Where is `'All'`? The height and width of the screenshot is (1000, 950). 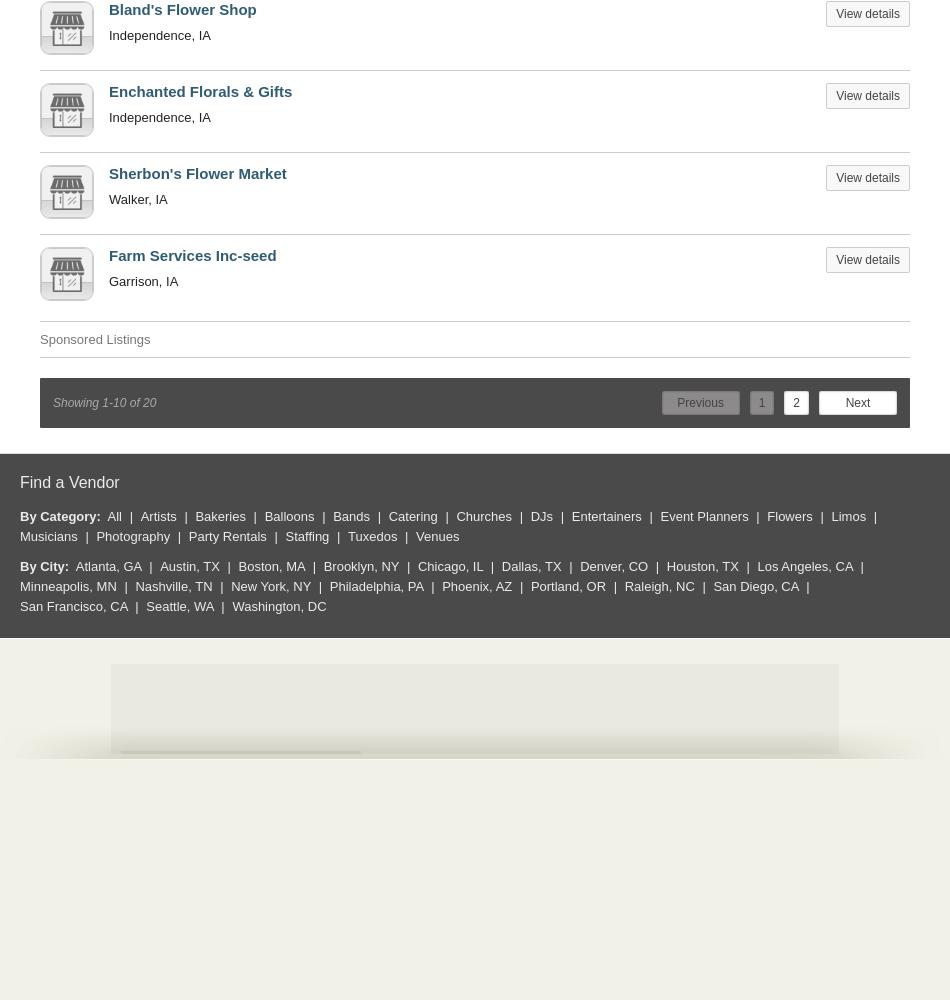
'All' is located at coordinates (114, 515).